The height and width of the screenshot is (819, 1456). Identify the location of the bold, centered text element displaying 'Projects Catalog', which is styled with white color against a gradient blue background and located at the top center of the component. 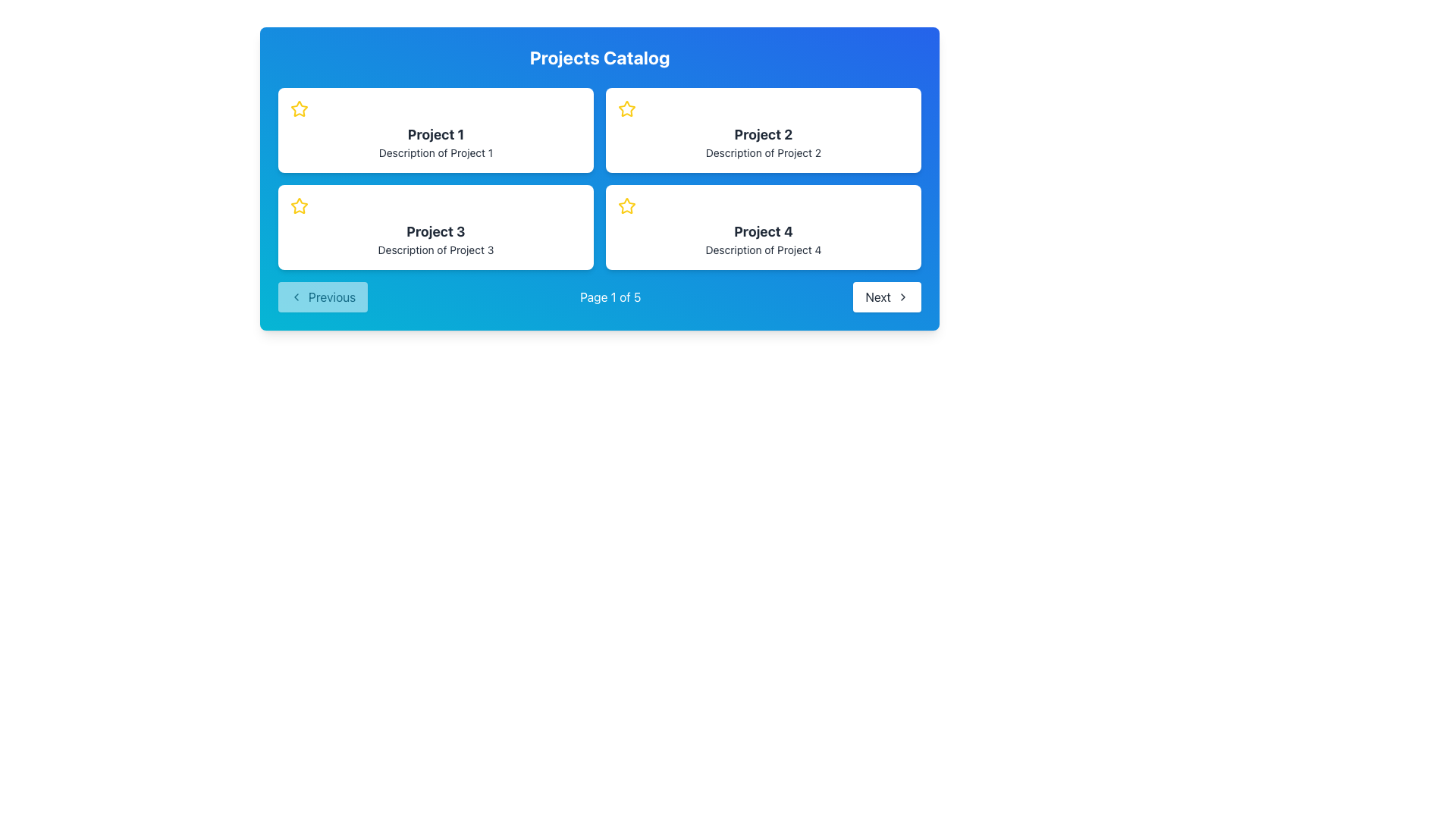
(599, 57).